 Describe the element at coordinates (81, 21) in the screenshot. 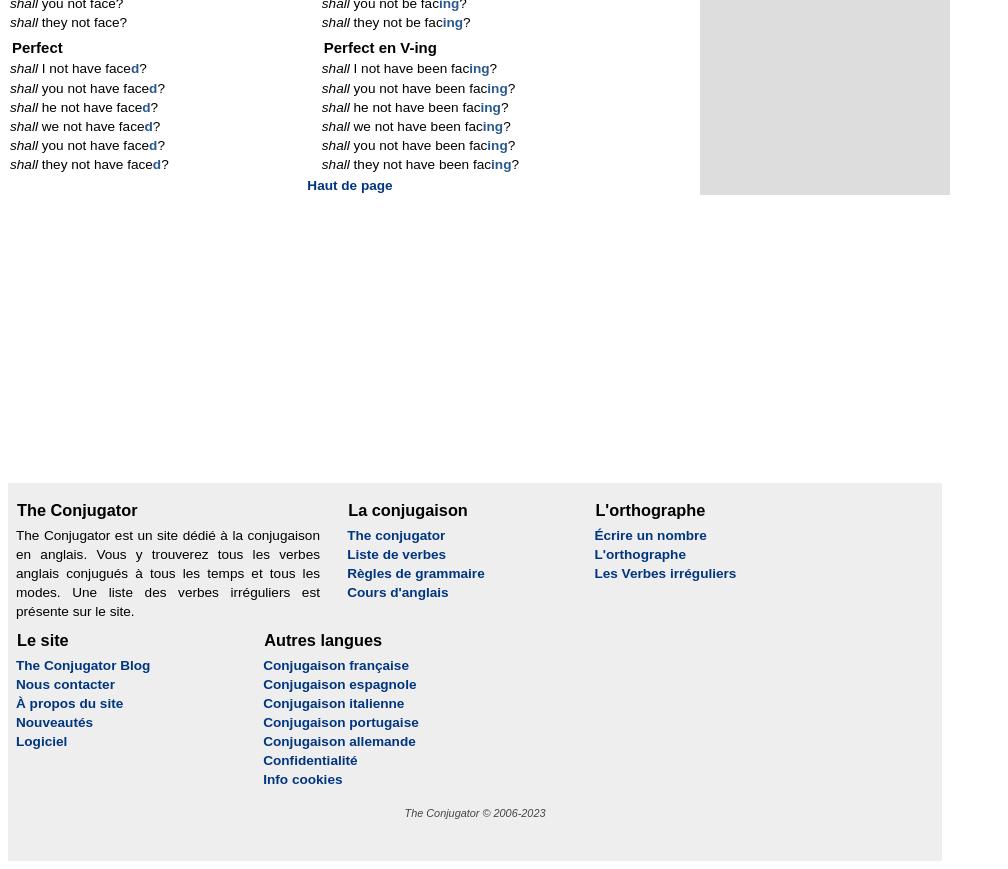

I see `'they not face?'` at that location.